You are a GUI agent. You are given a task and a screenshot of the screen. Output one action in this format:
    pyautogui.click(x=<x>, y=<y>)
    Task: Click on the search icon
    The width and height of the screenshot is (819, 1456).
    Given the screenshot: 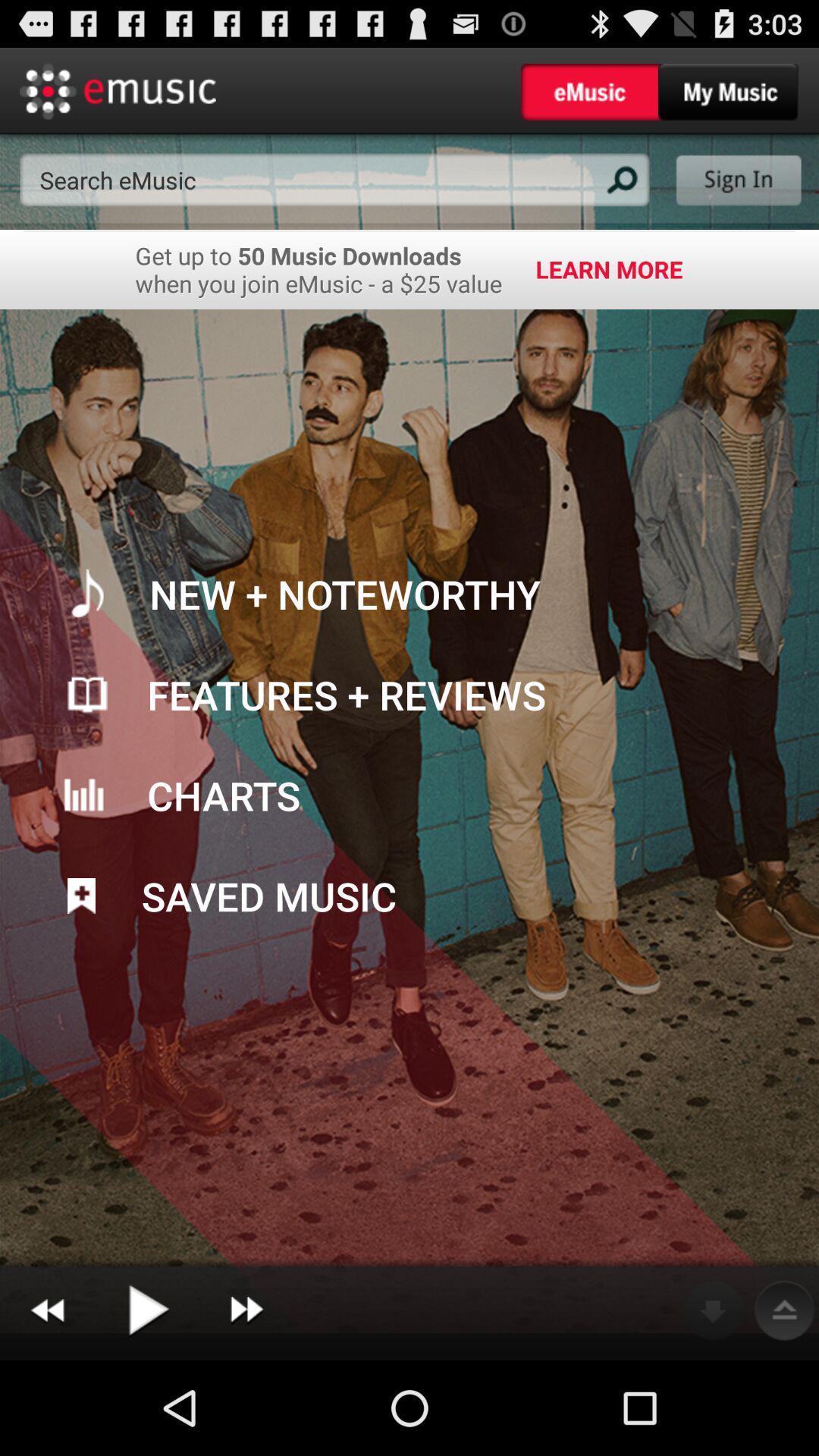 What is the action you would take?
    pyautogui.click(x=620, y=180)
    